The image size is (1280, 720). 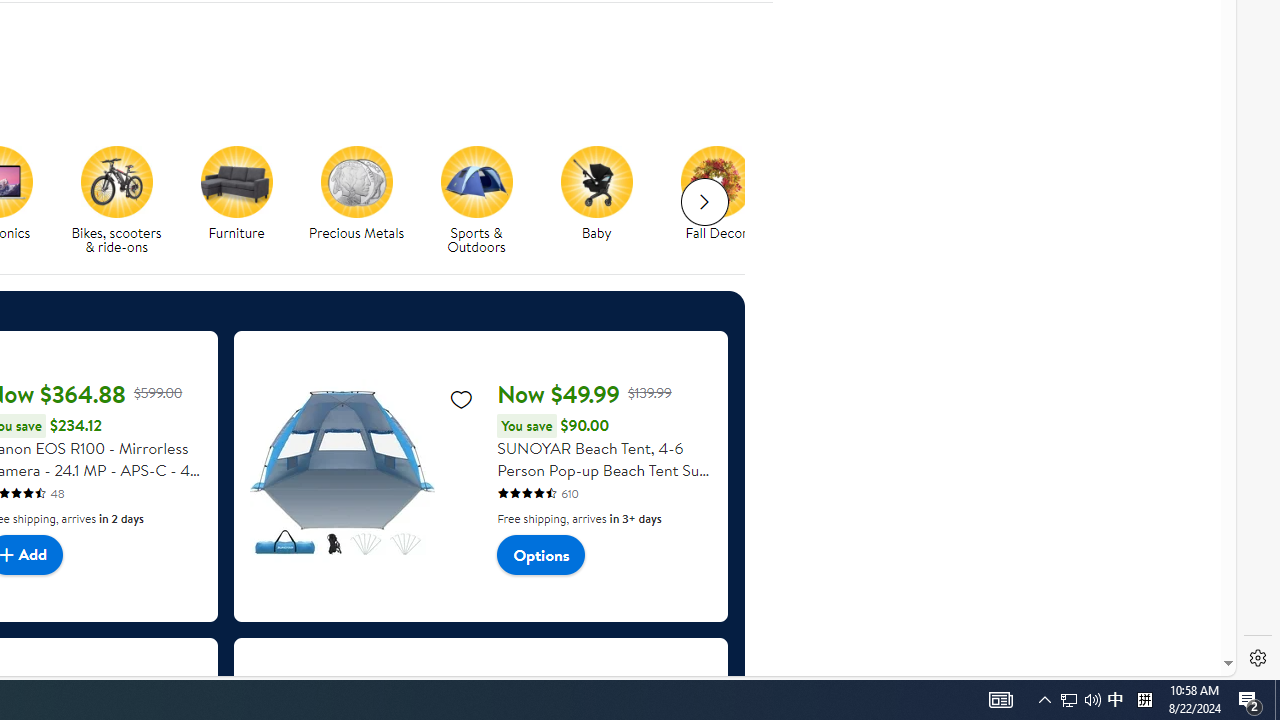 I want to click on 'Bikes, scooters & ride-ons', so click(x=123, y=201).